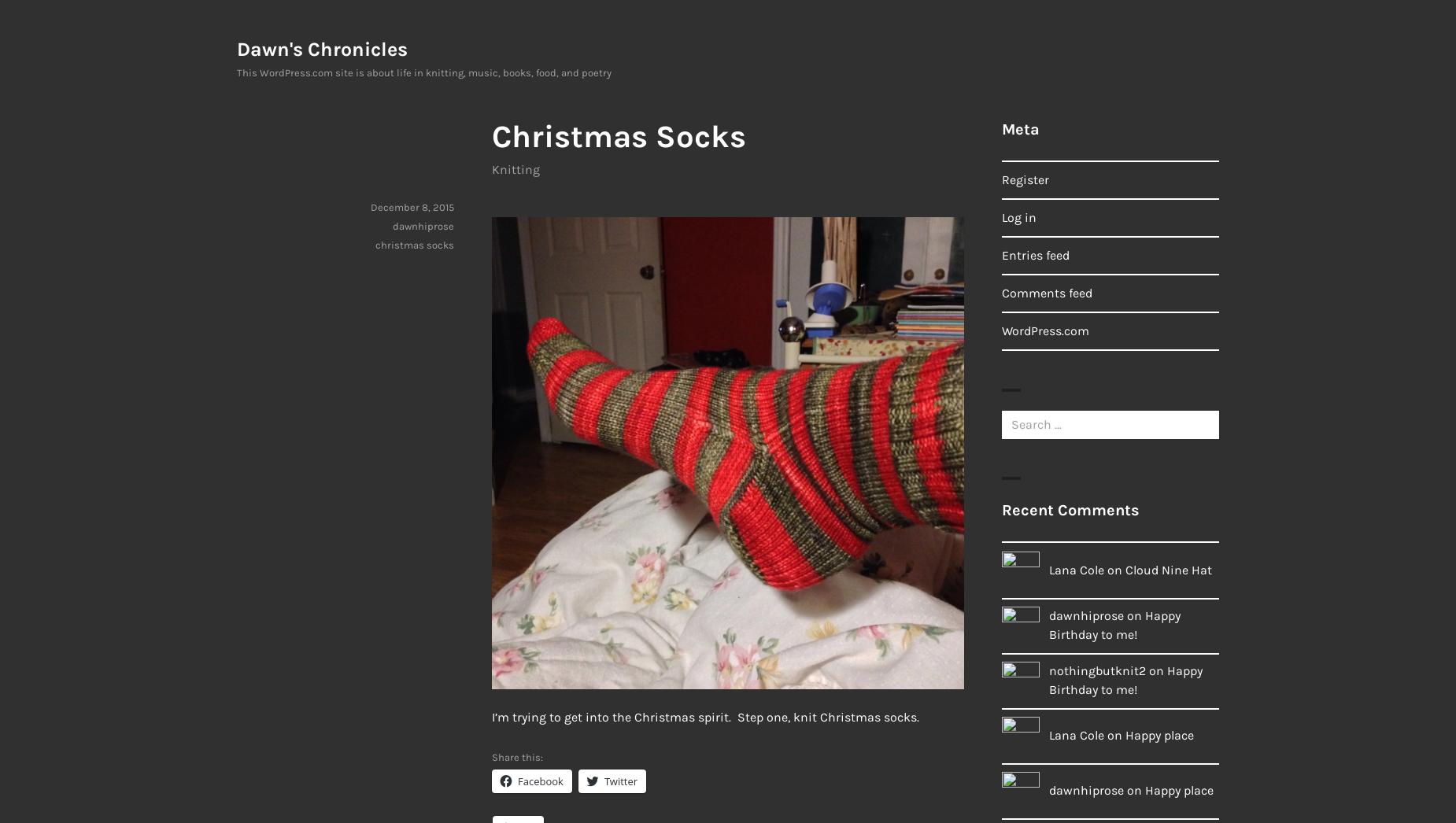  I want to click on 'Share this:', so click(517, 756).